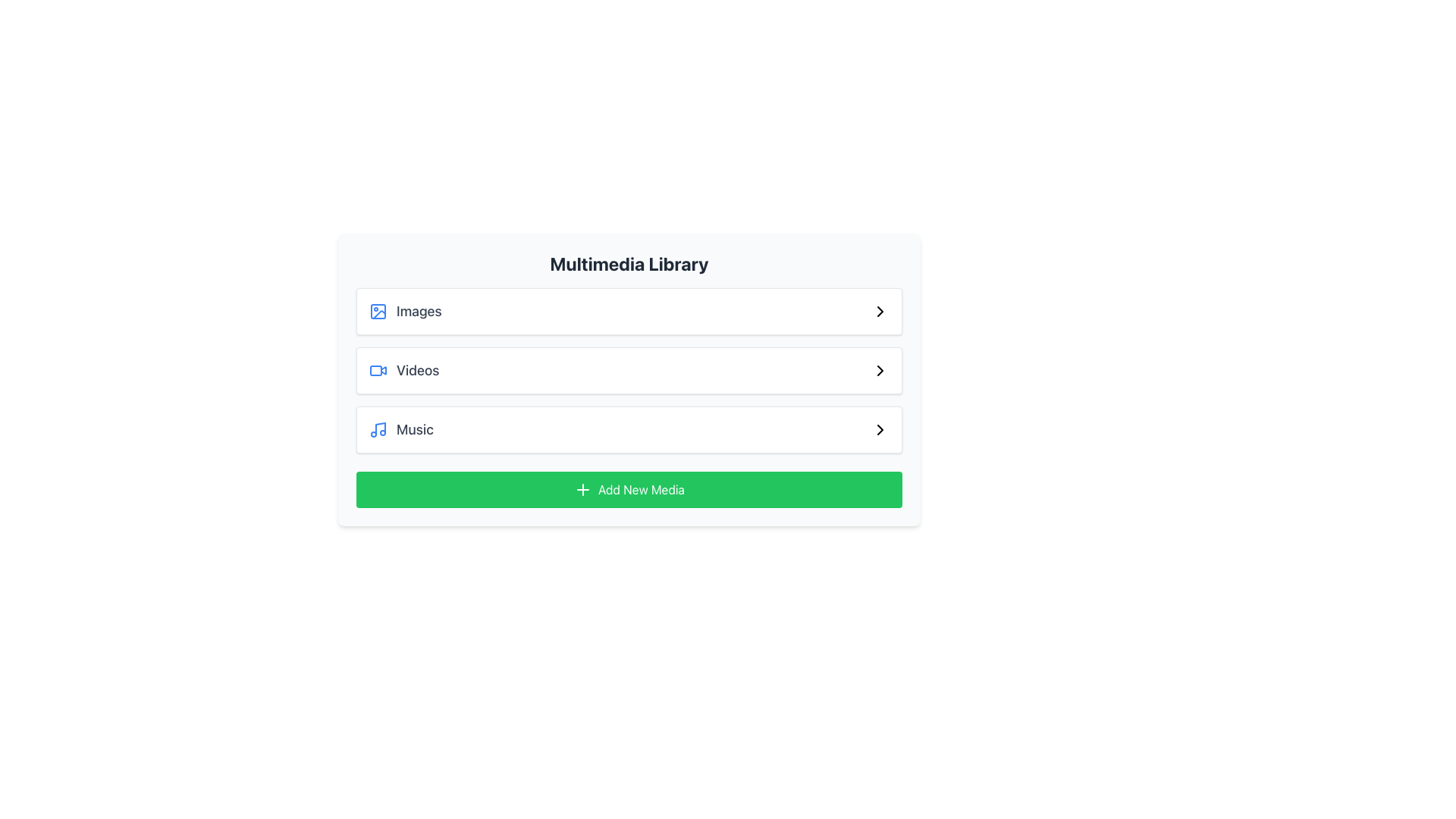  Describe the element at coordinates (404, 371) in the screenshot. I see `the second row item labeled 'Videos' in the Multimedia Library, which features a blue outline video camera icon and medium gray text` at that location.